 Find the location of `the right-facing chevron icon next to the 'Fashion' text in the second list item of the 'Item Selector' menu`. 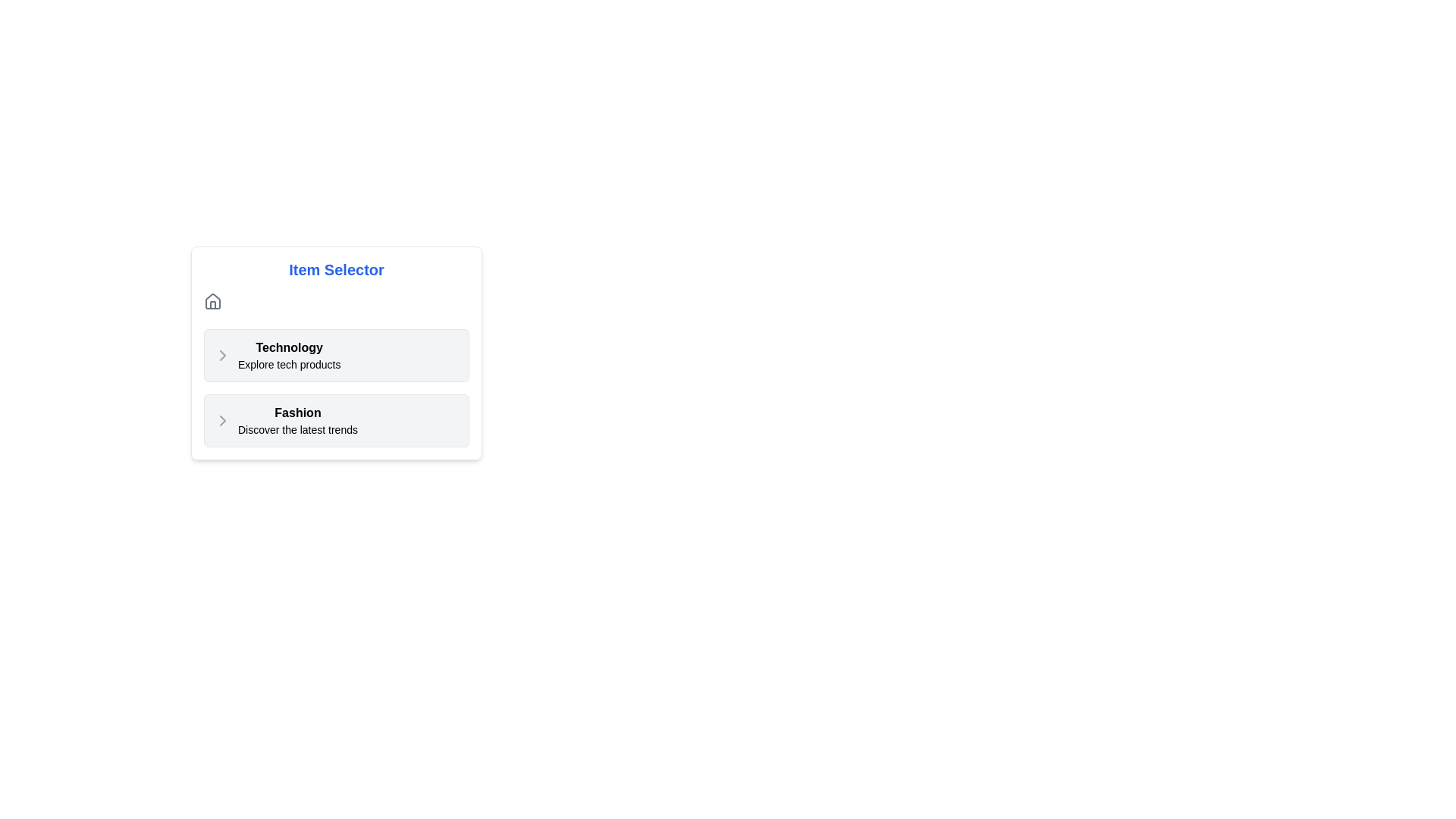

the right-facing chevron icon next to the 'Fashion' text in the second list item of the 'Item Selector' menu is located at coordinates (221, 421).